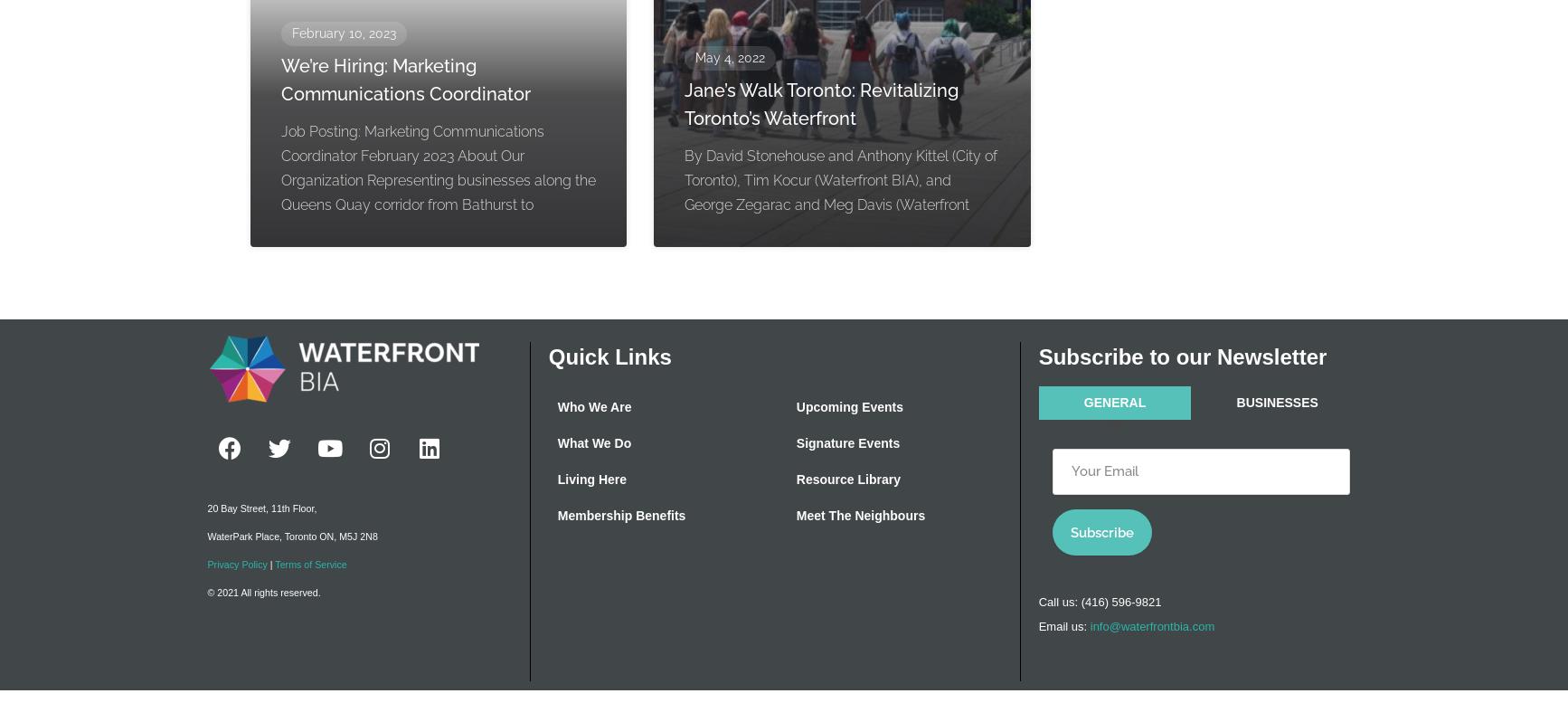  I want to click on 'Terms of Service', so click(274, 564).